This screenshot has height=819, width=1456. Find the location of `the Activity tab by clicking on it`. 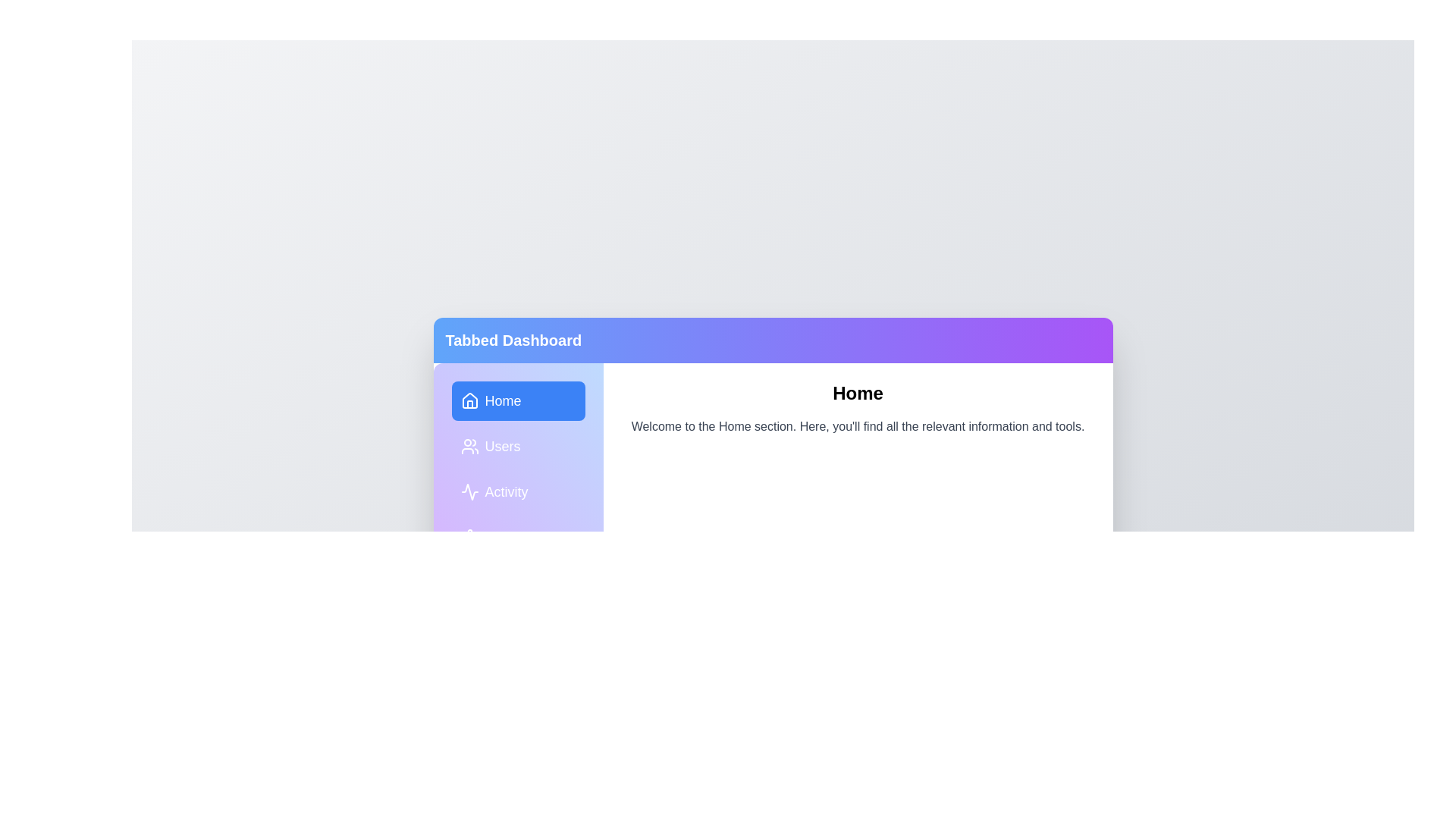

the Activity tab by clicking on it is located at coordinates (518, 491).